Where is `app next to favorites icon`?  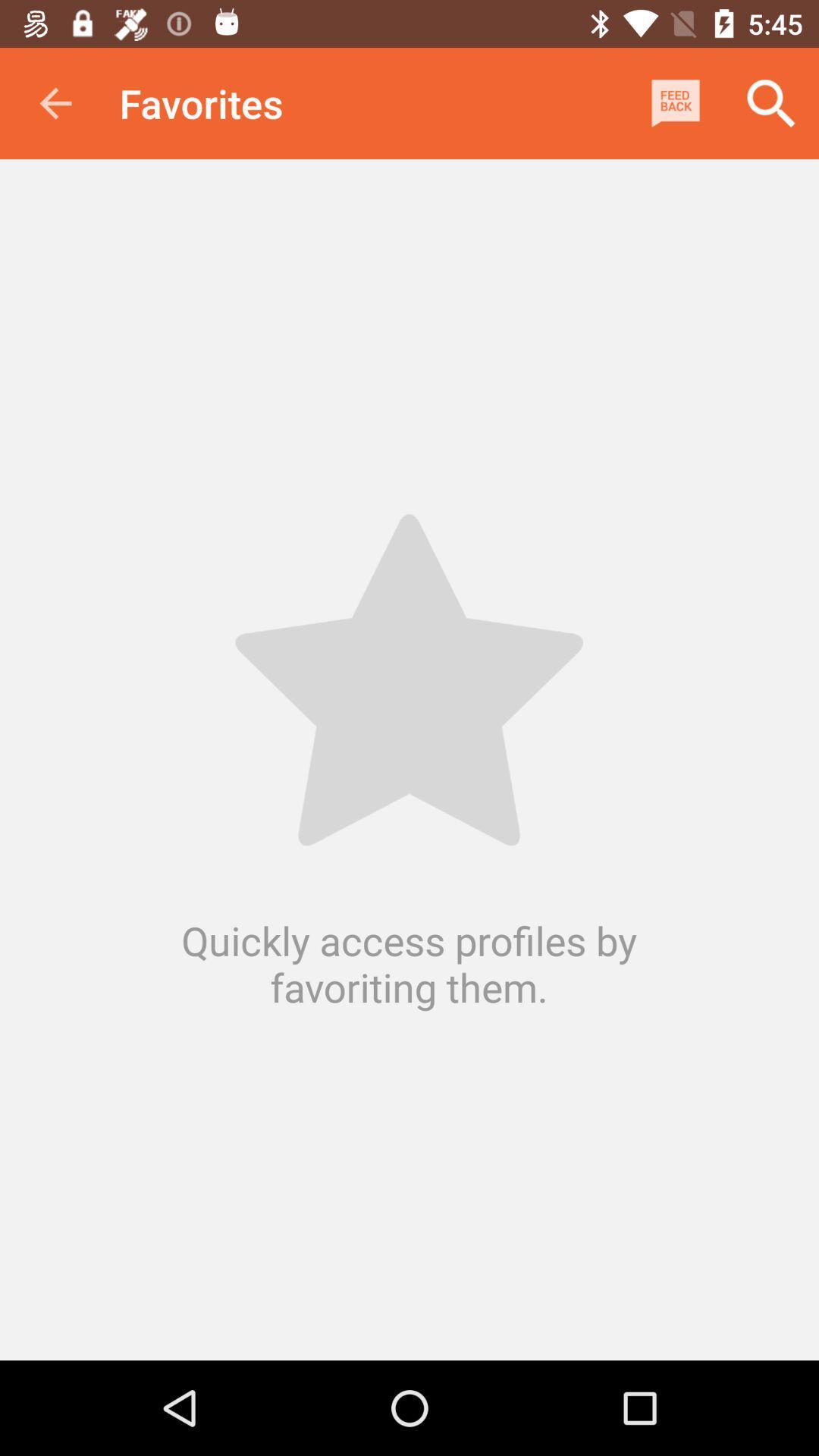 app next to favorites icon is located at coordinates (55, 102).